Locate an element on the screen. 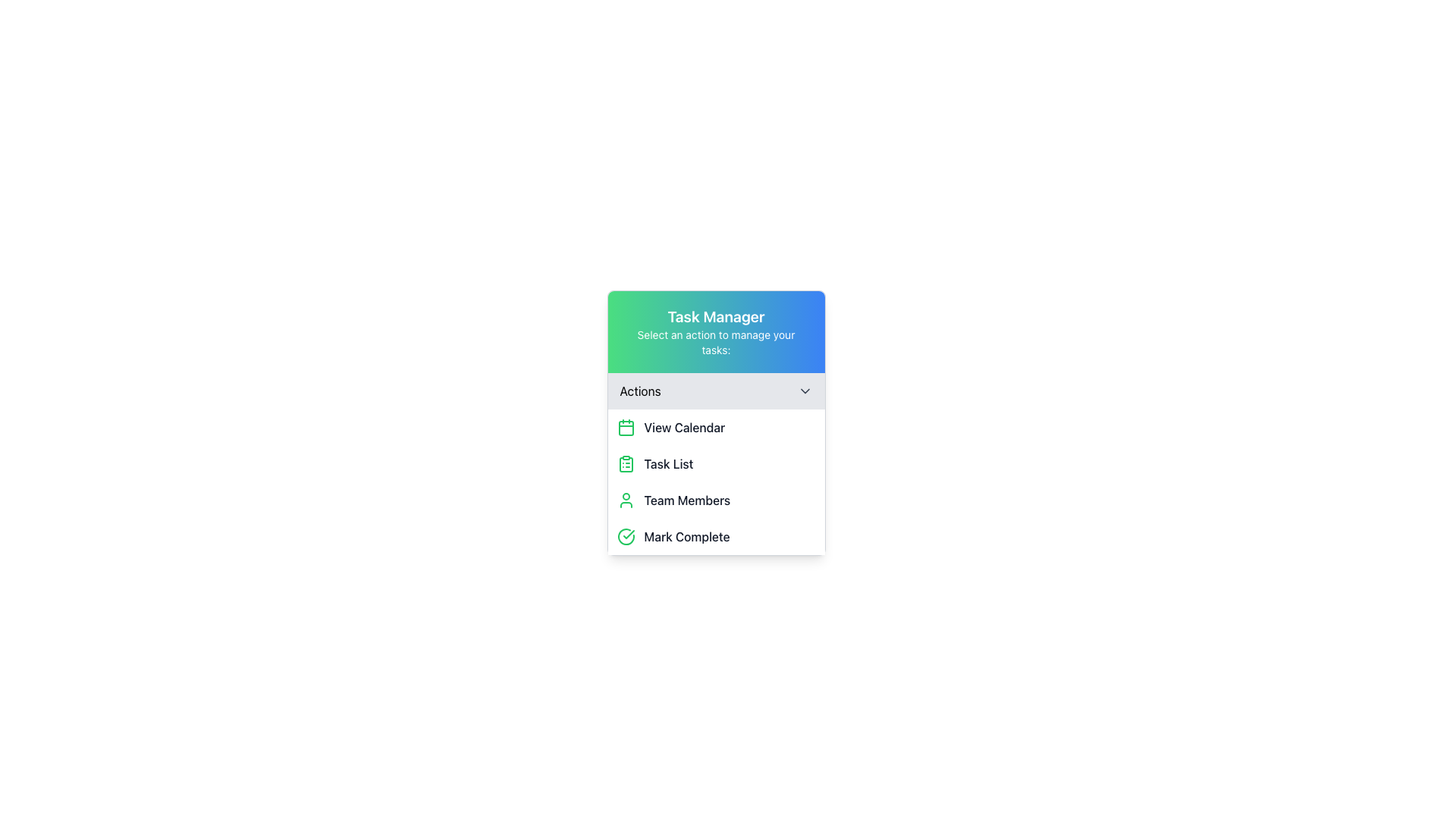 This screenshot has height=819, width=1456. the main graphical rectangular component of the calendar icon, located at the lower section of the calendar display, to indicate its selection or primary focus is located at coordinates (626, 428).